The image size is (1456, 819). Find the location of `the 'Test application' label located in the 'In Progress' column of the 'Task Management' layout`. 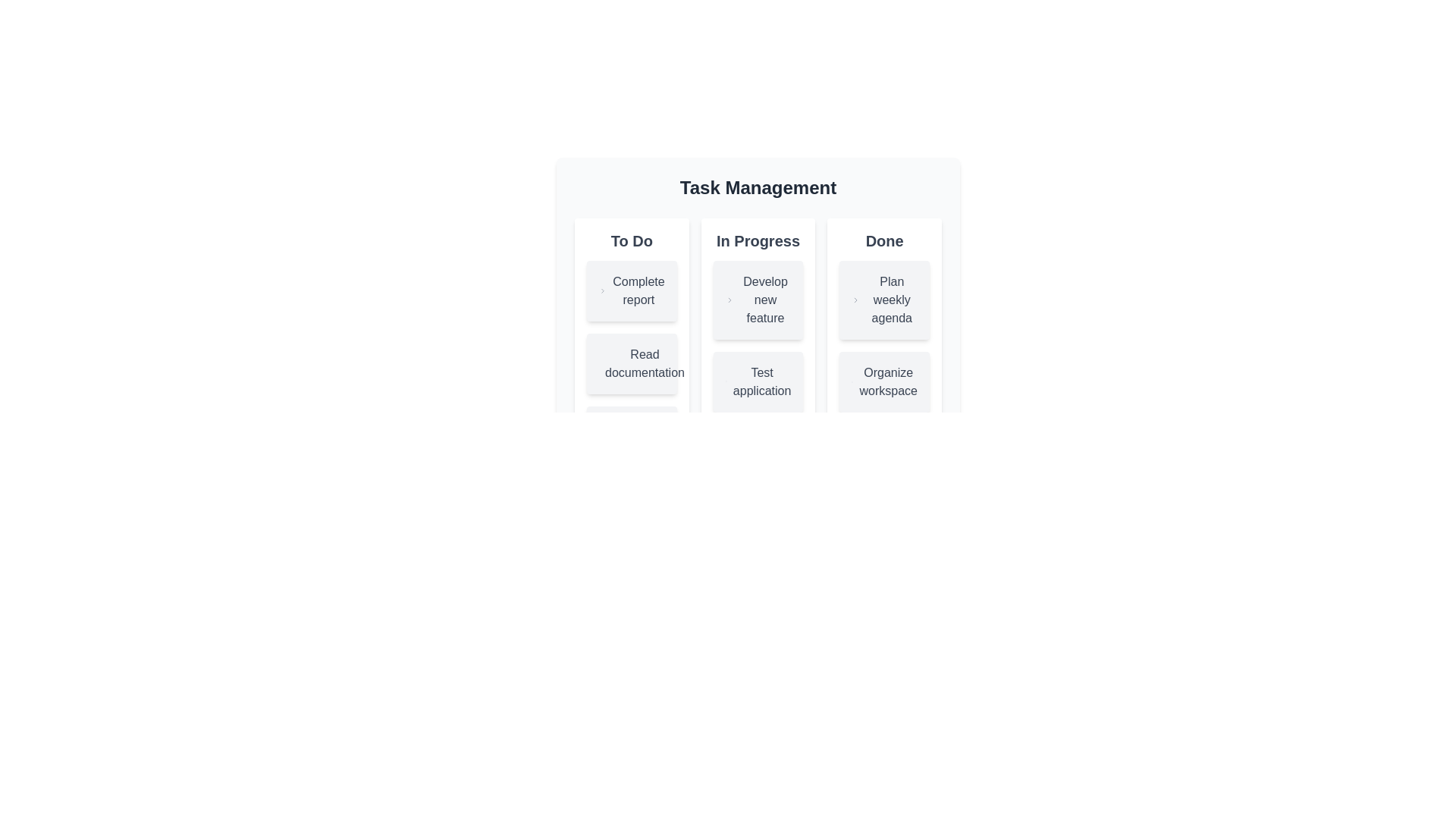

the 'Test application' label located in the 'In Progress' column of the 'Task Management' layout is located at coordinates (758, 381).